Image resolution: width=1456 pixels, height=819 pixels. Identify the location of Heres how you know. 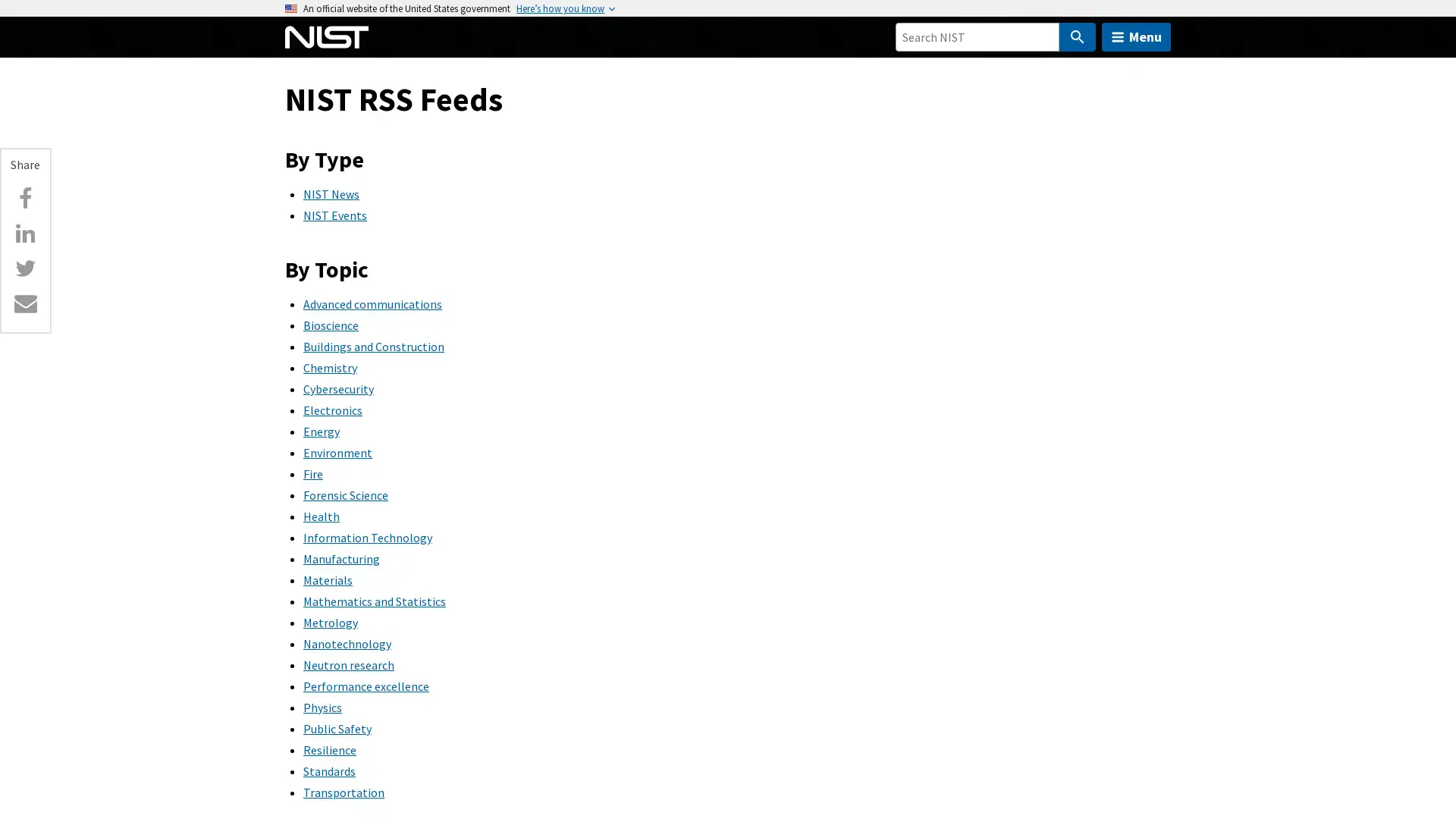
(560, 8).